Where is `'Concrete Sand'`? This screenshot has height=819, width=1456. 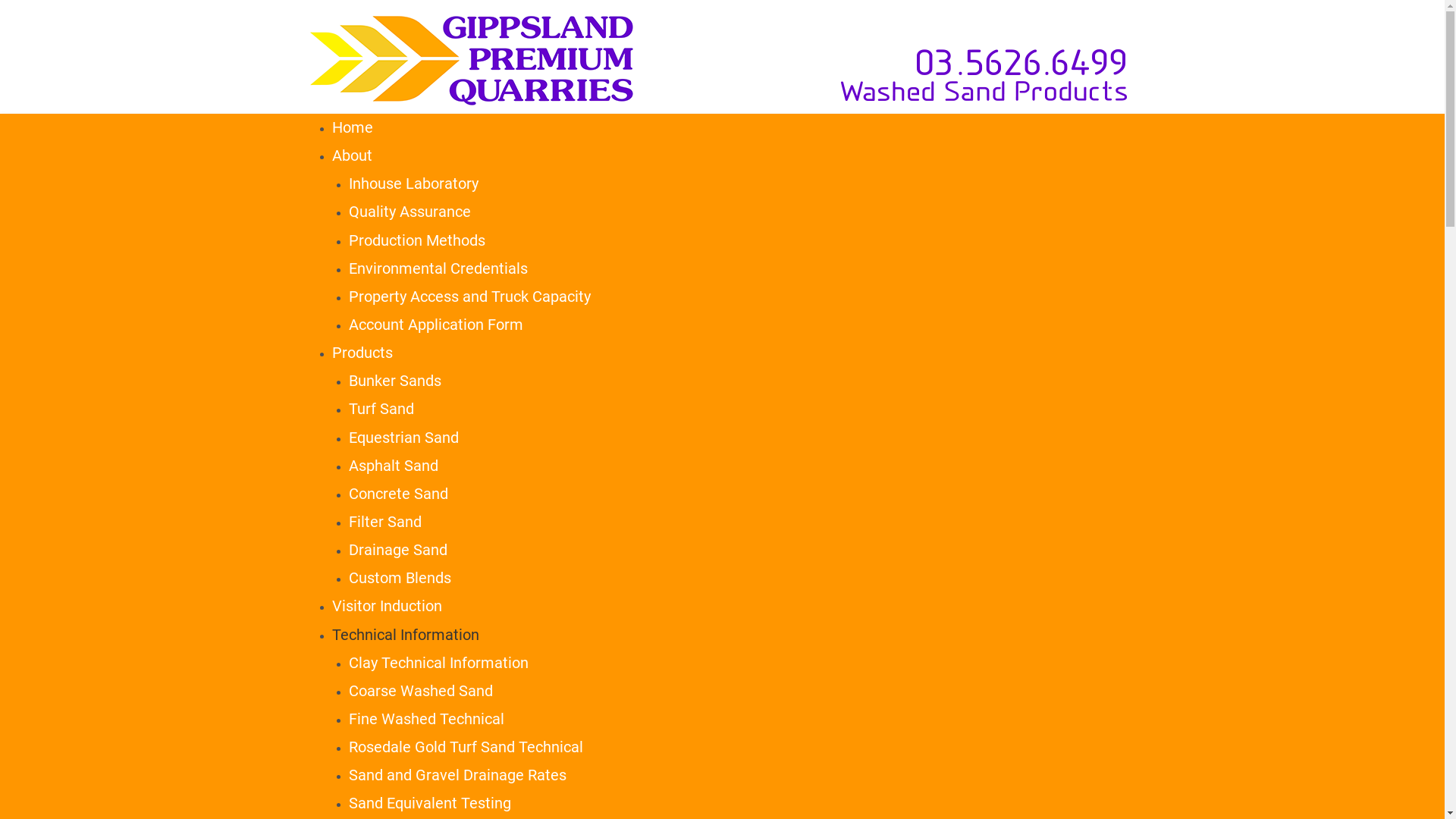
'Concrete Sand' is located at coordinates (398, 494).